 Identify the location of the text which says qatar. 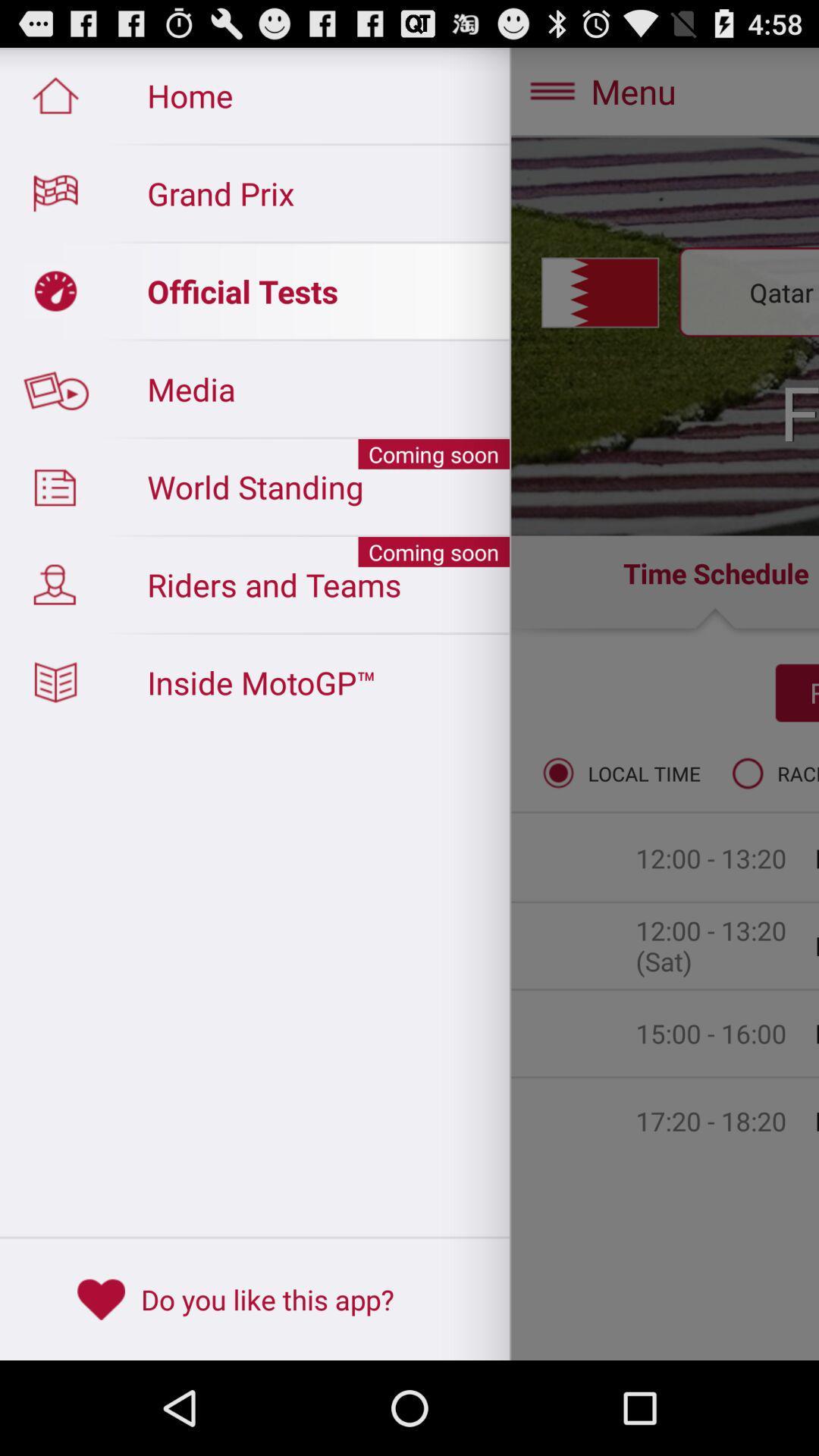
(253, 291).